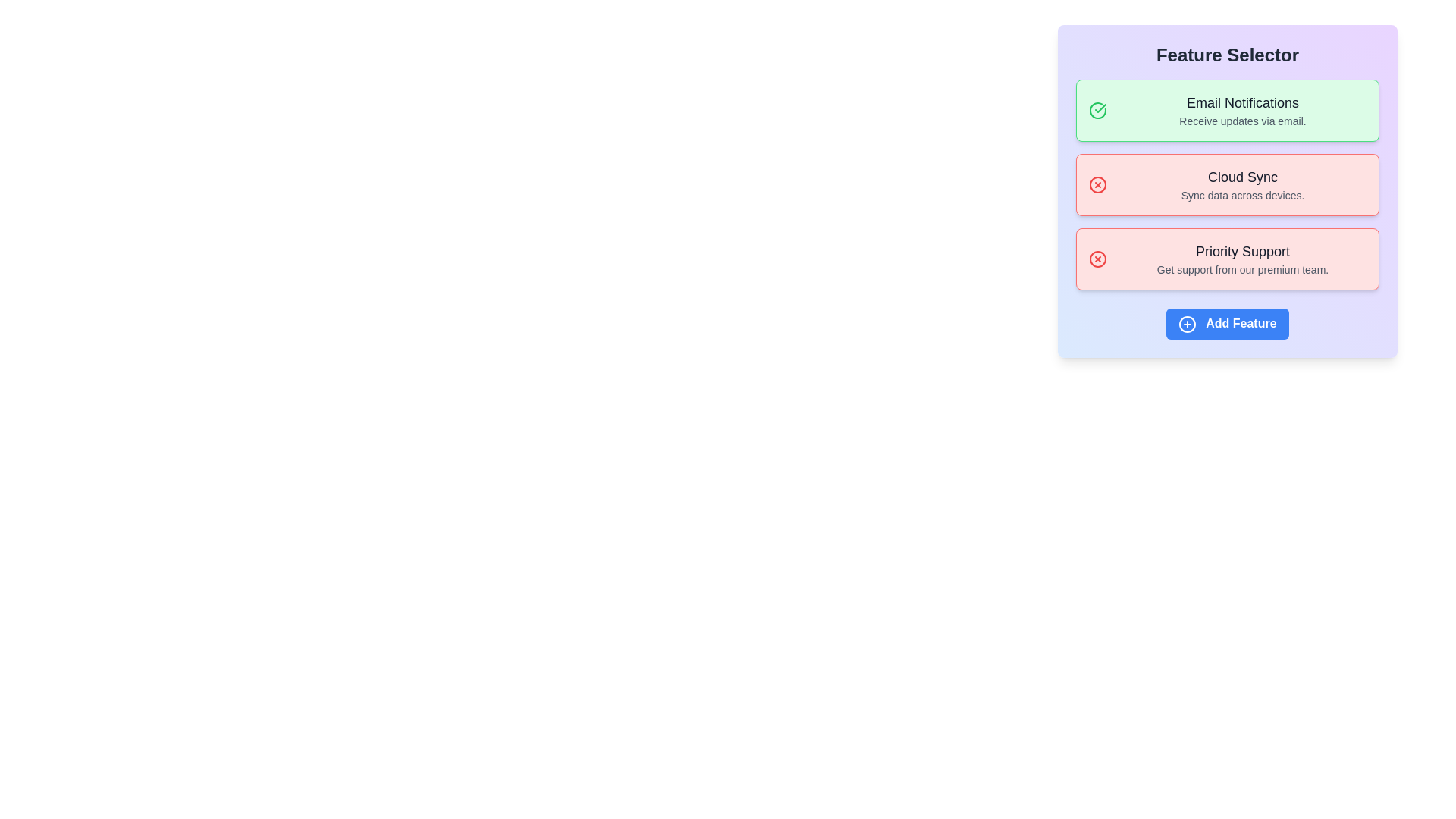  Describe the element at coordinates (1227, 323) in the screenshot. I see `the sole button within the 'Feature Selector' section, located at the bottom of the interface` at that location.